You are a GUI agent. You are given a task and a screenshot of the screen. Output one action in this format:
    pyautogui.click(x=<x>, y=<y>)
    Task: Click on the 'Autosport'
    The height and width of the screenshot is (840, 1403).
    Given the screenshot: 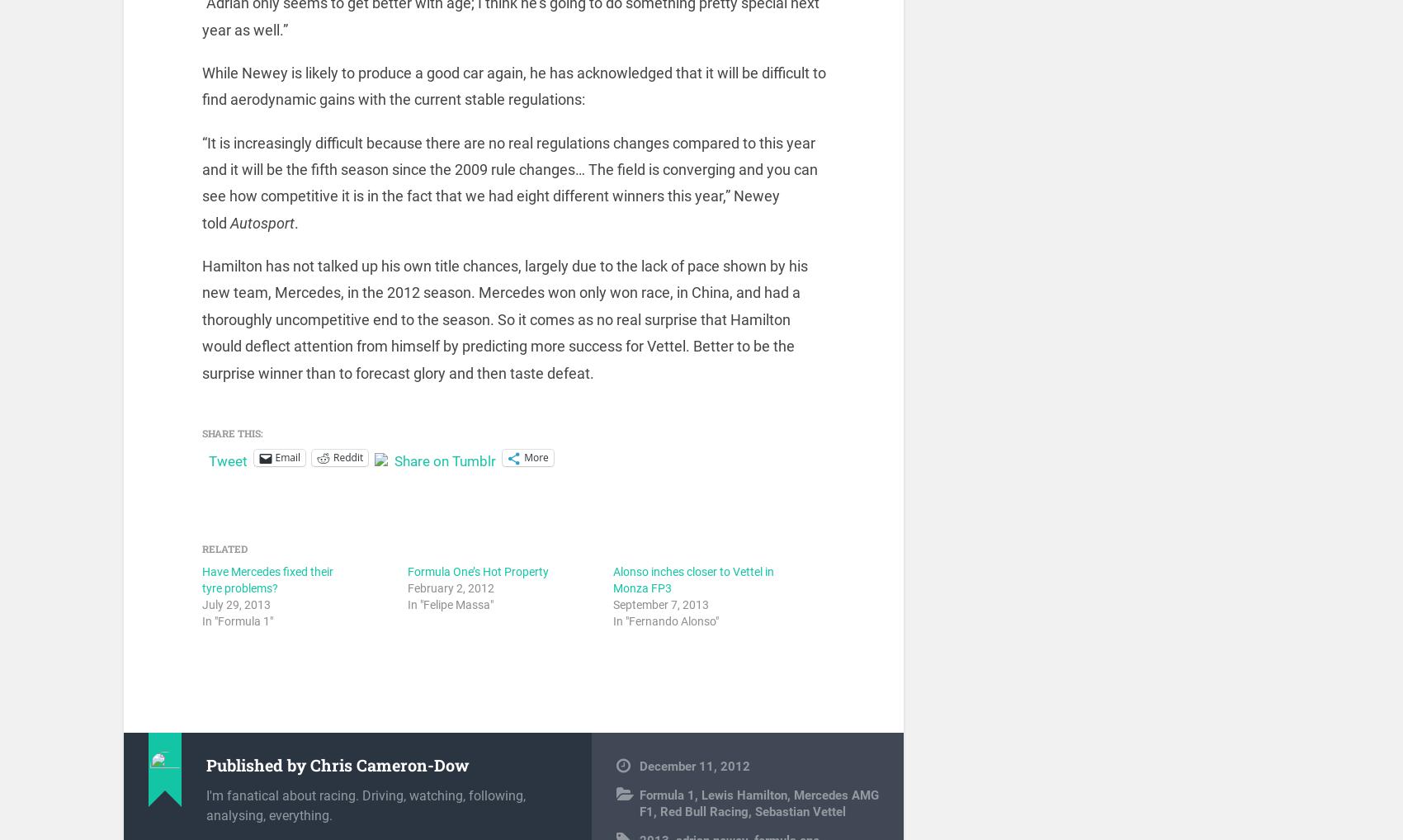 What is the action you would take?
    pyautogui.click(x=262, y=233)
    